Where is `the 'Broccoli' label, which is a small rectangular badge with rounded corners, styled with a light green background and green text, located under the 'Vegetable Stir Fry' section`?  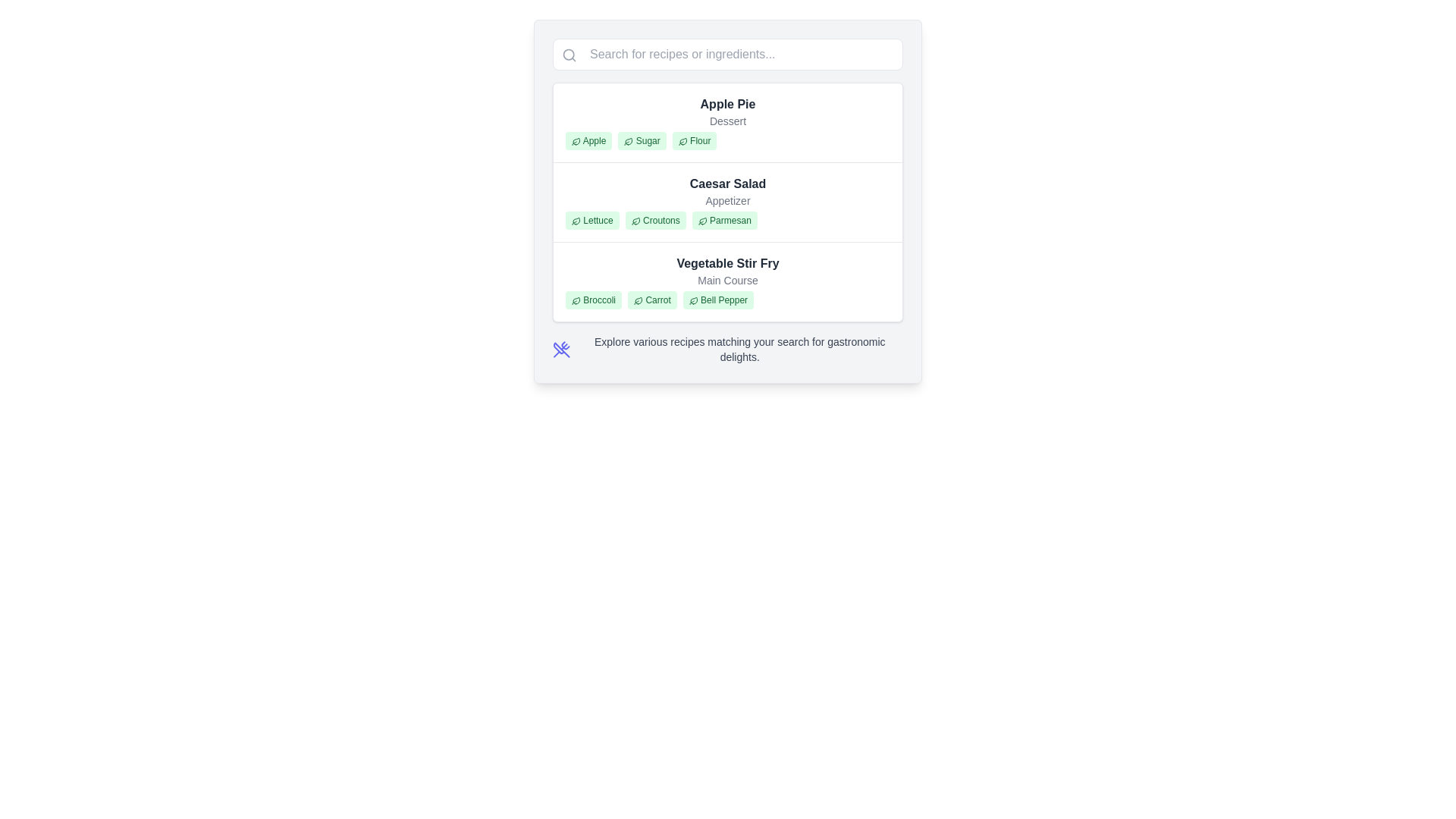
the 'Broccoli' label, which is a small rectangular badge with rounded corners, styled with a light green background and green text, located under the 'Vegetable Stir Fry' section is located at coordinates (592, 300).